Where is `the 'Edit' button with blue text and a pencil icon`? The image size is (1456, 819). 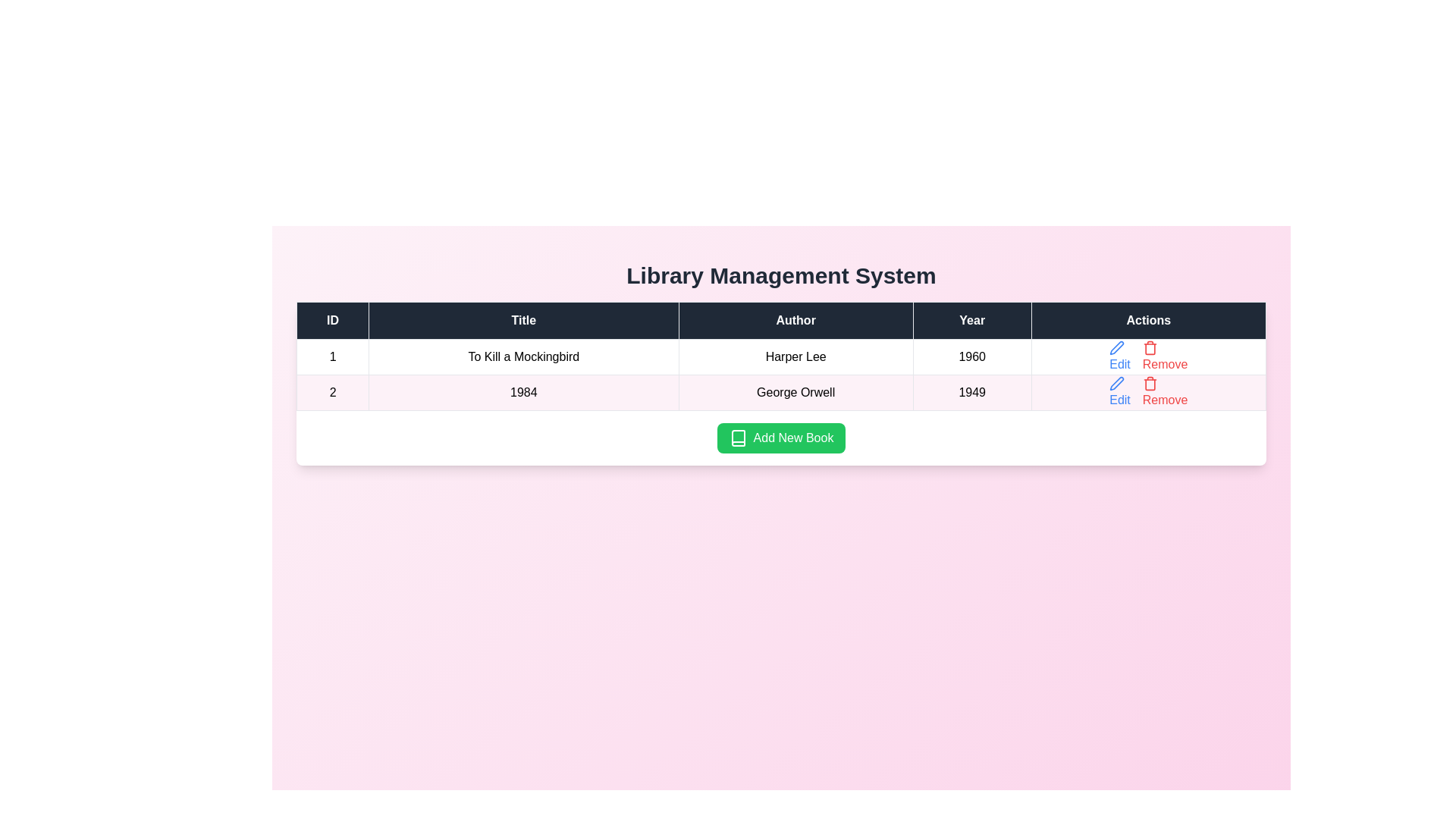 the 'Edit' button with blue text and a pencil icon is located at coordinates (1120, 356).